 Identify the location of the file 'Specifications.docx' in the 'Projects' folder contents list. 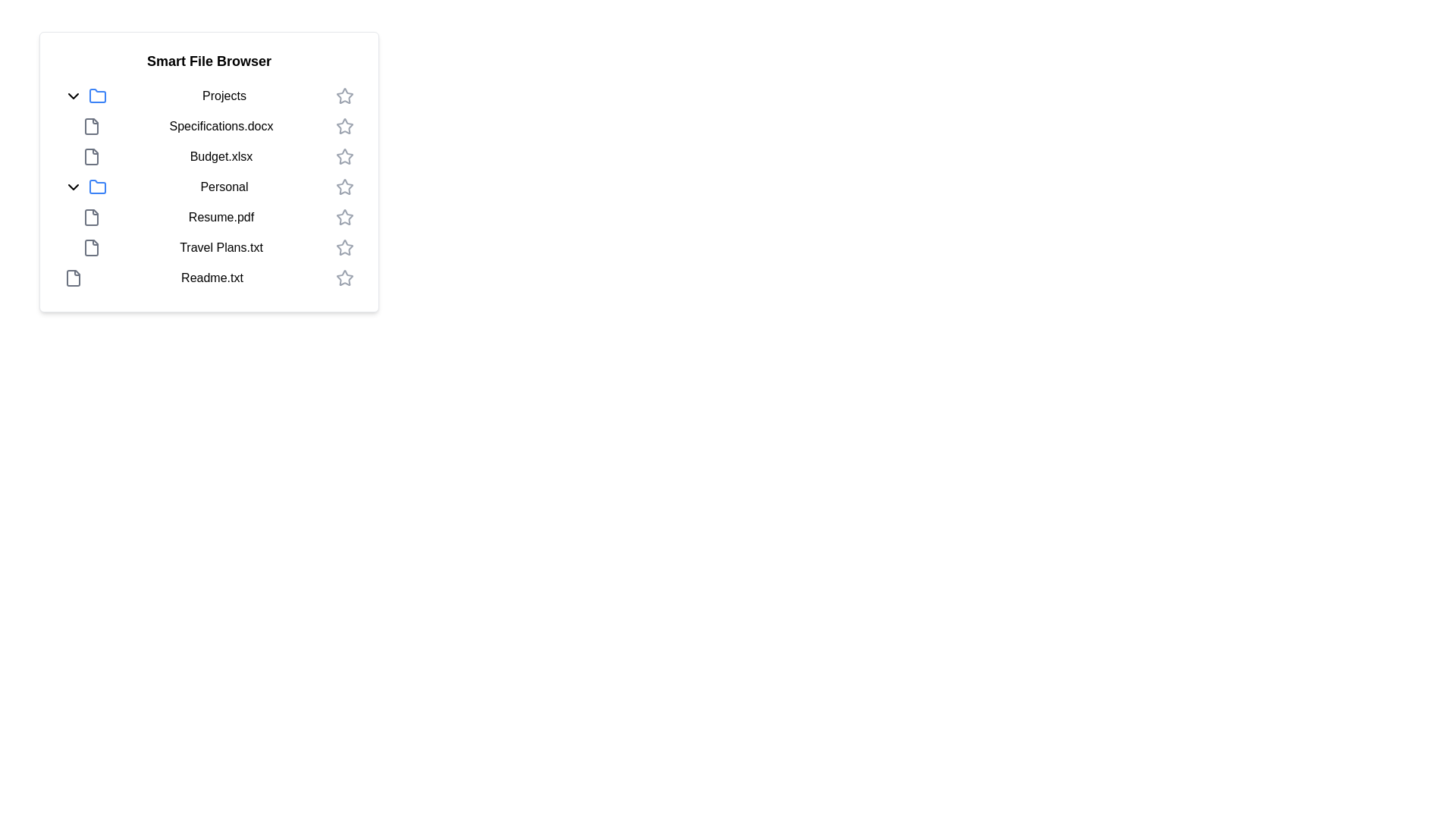
(208, 125).